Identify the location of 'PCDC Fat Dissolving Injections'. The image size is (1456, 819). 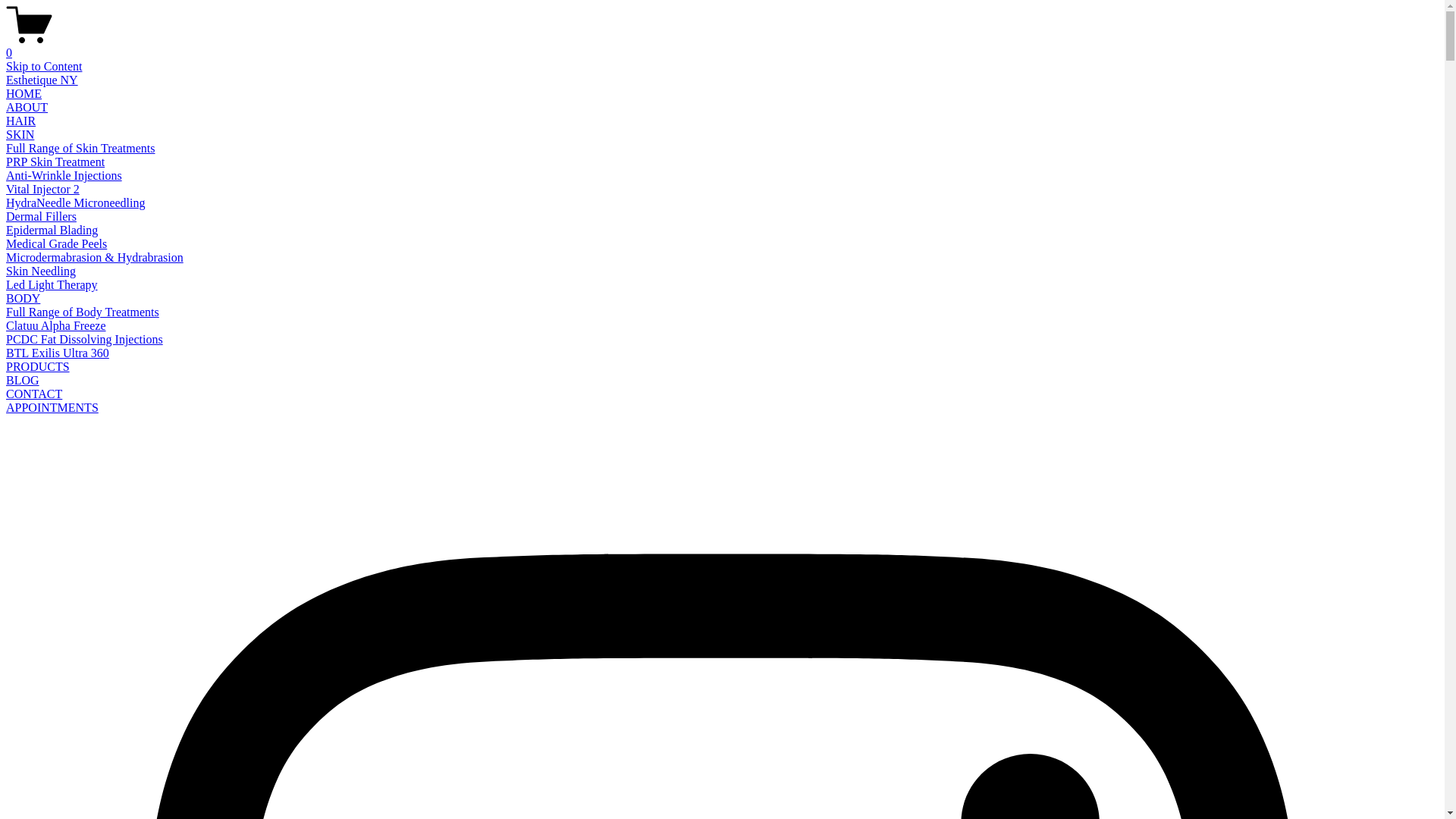
(6, 338).